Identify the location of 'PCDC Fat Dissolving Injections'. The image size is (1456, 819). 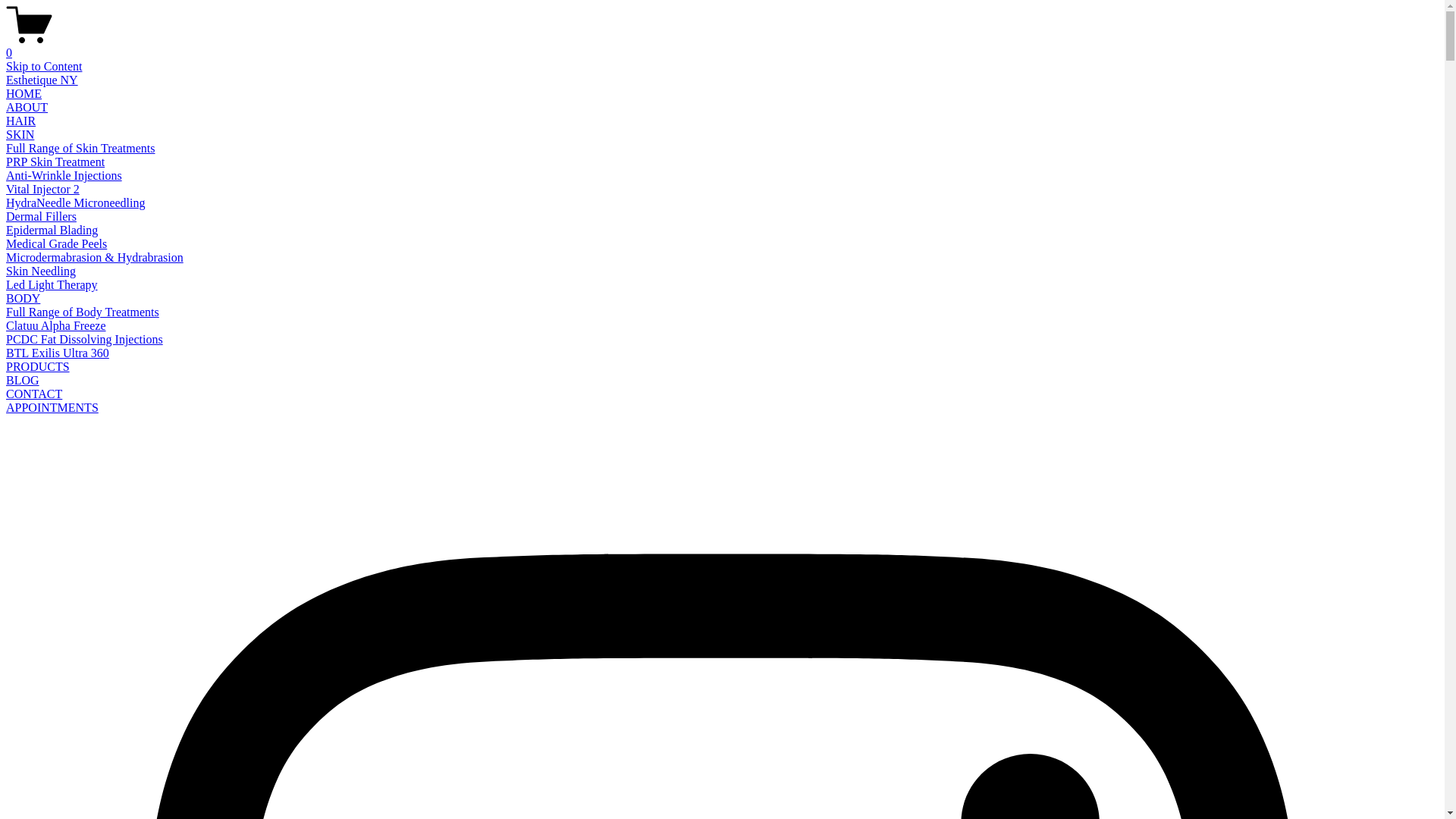
(6, 338).